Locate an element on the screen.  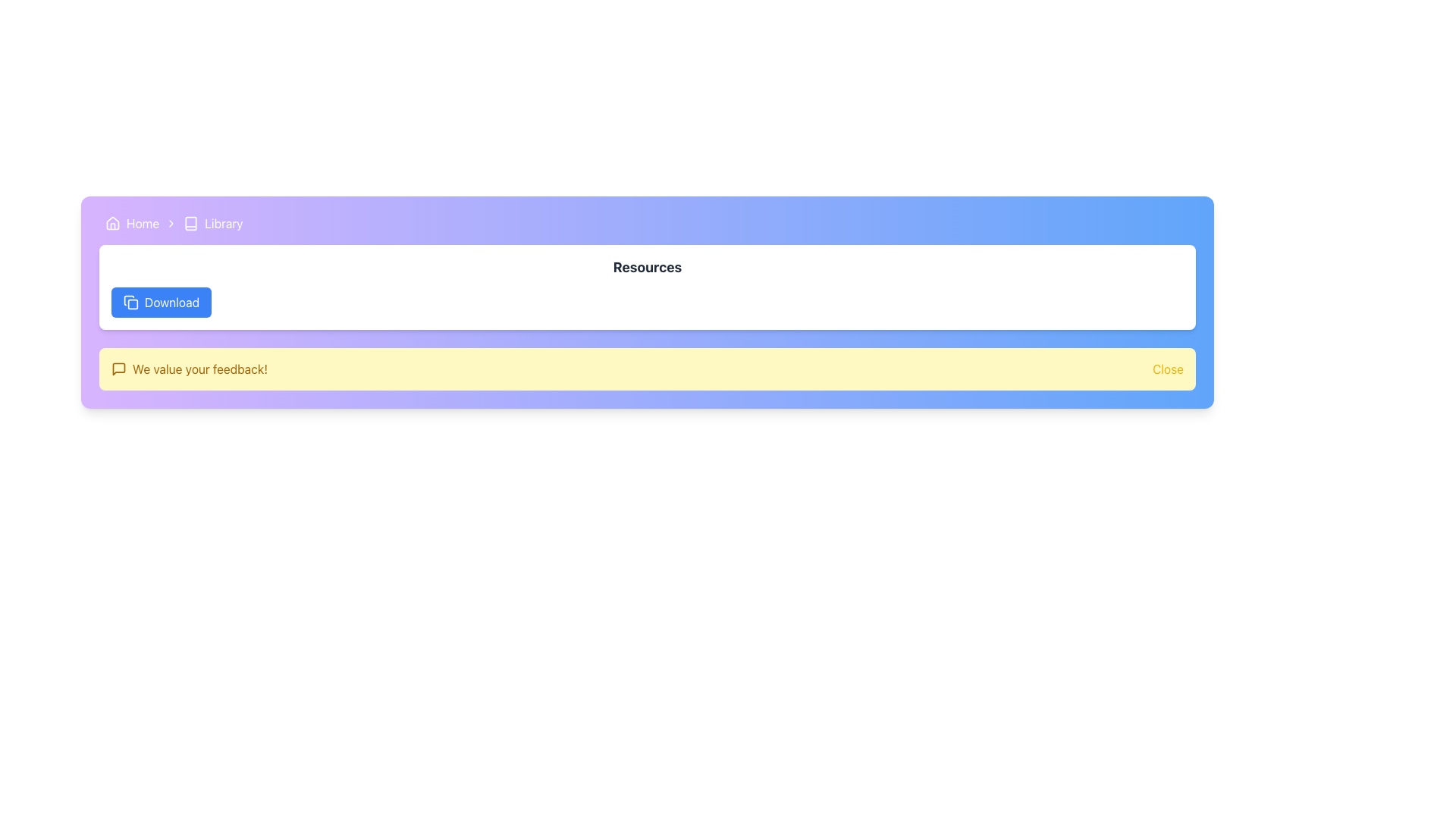
the open book icon located to the left of the text 'Library' in the breadcrumb navigation bar is located at coordinates (190, 223).